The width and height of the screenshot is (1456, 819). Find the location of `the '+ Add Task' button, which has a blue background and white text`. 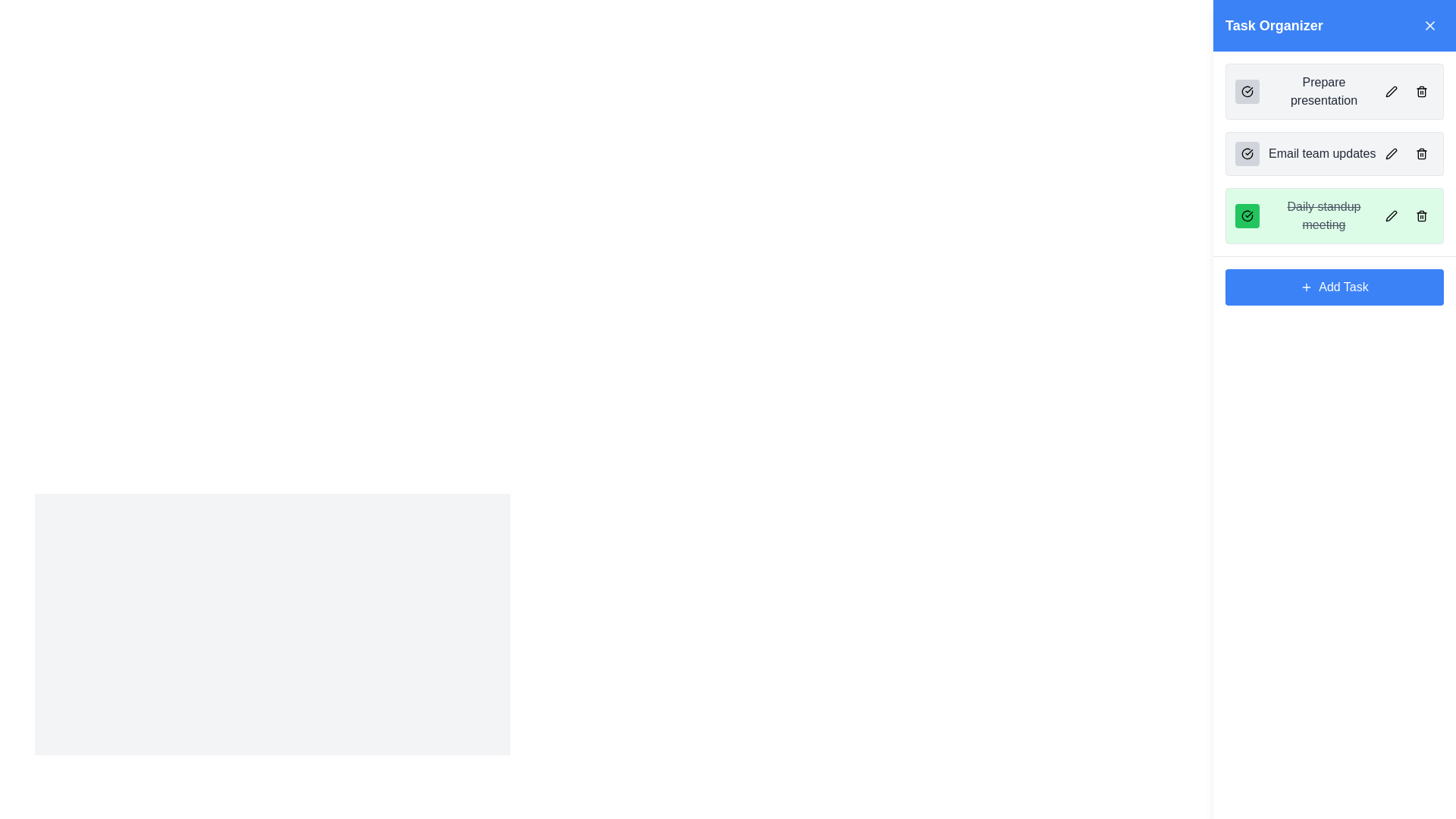

the '+ Add Task' button, which has a blue background and white text is located at coordinates (1335, 287).